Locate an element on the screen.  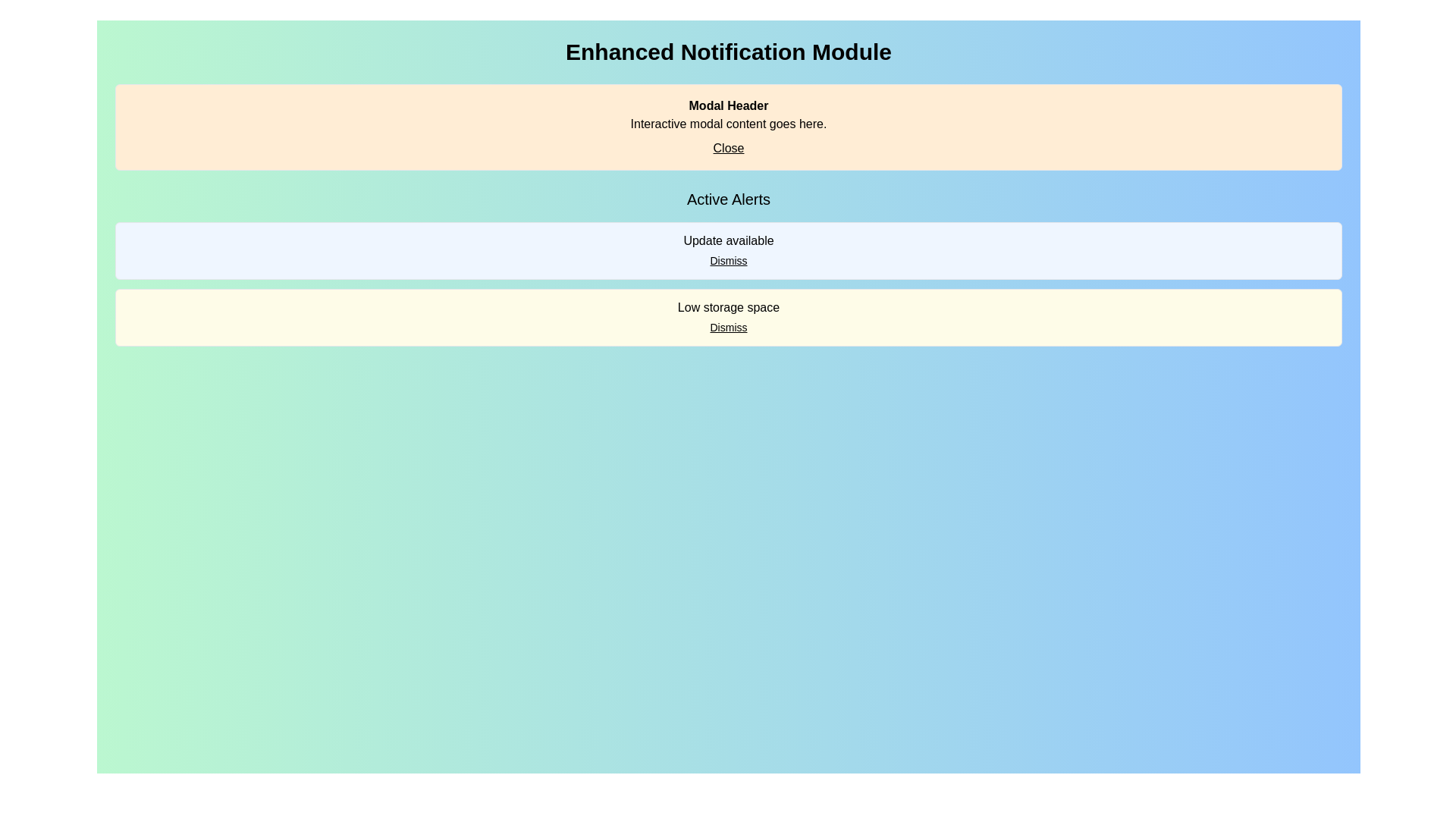
the 'Close' hyperlink located at the bottom-right corner of the 'Modal Header' section is located at coordinates (728, 149).